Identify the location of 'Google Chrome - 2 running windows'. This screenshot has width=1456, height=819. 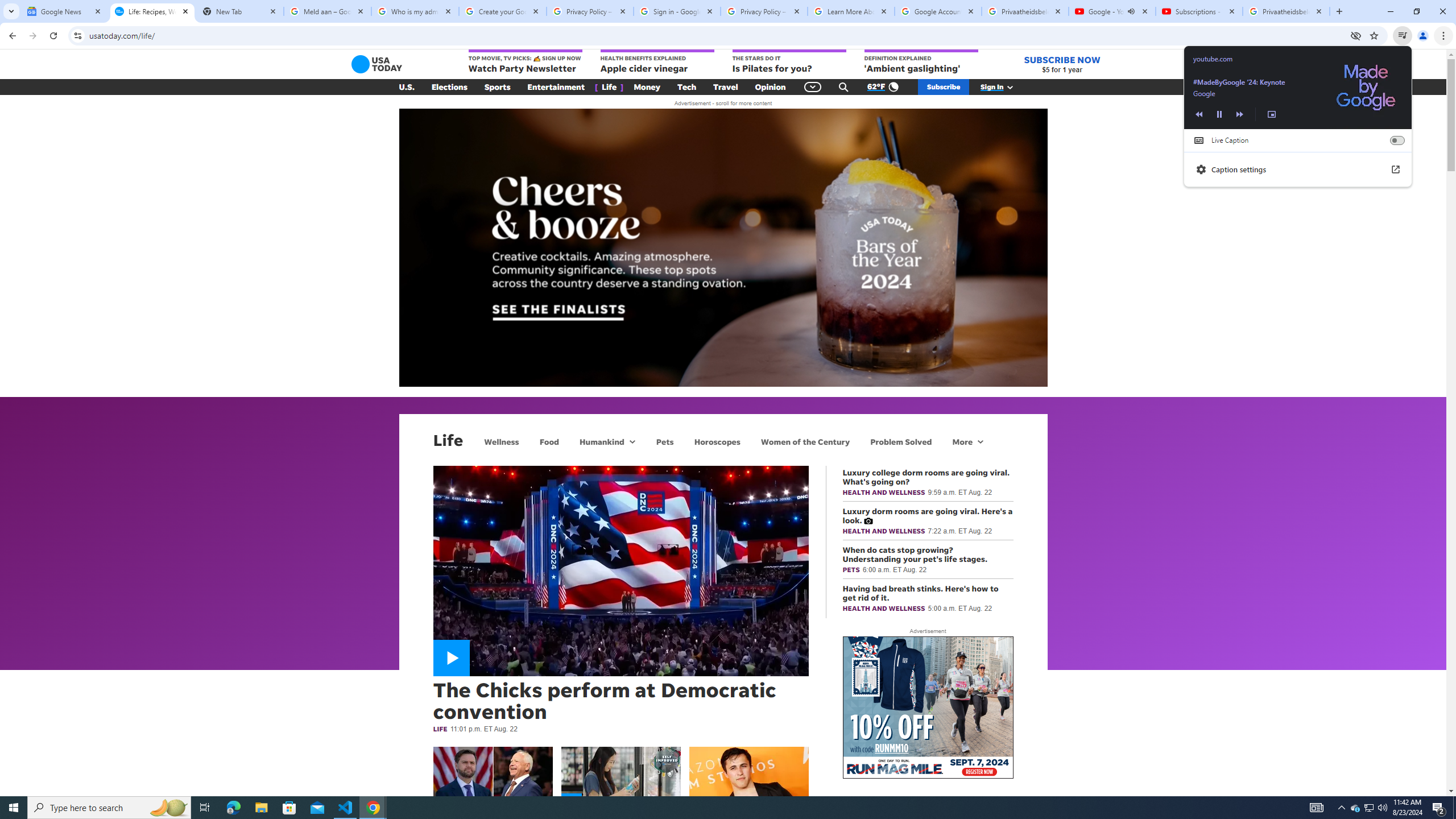
(373, 806).